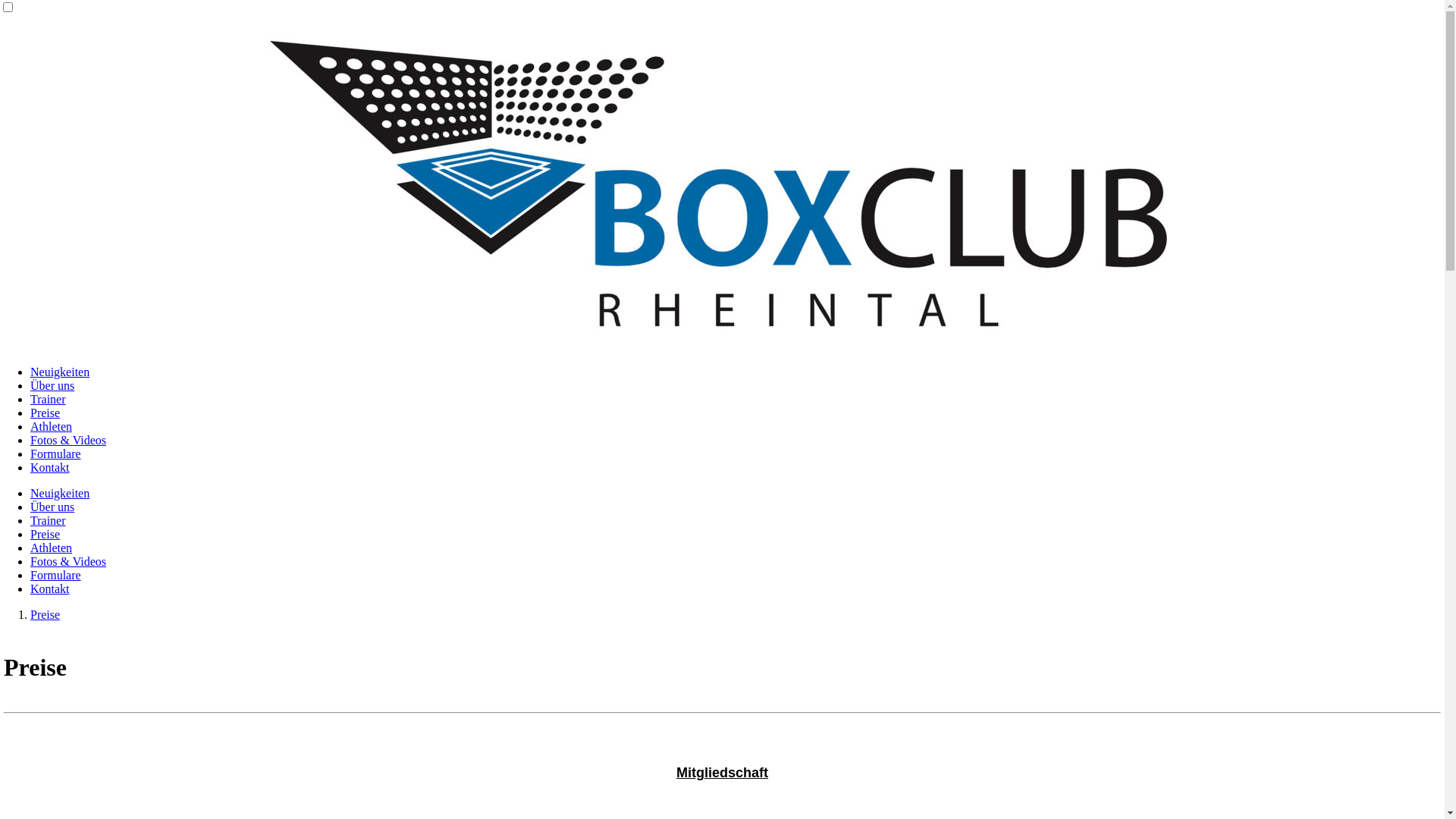  Describe the element at coordinates (67, 561) in the screenshot. I see `'Fotos & Videos'` at that location.